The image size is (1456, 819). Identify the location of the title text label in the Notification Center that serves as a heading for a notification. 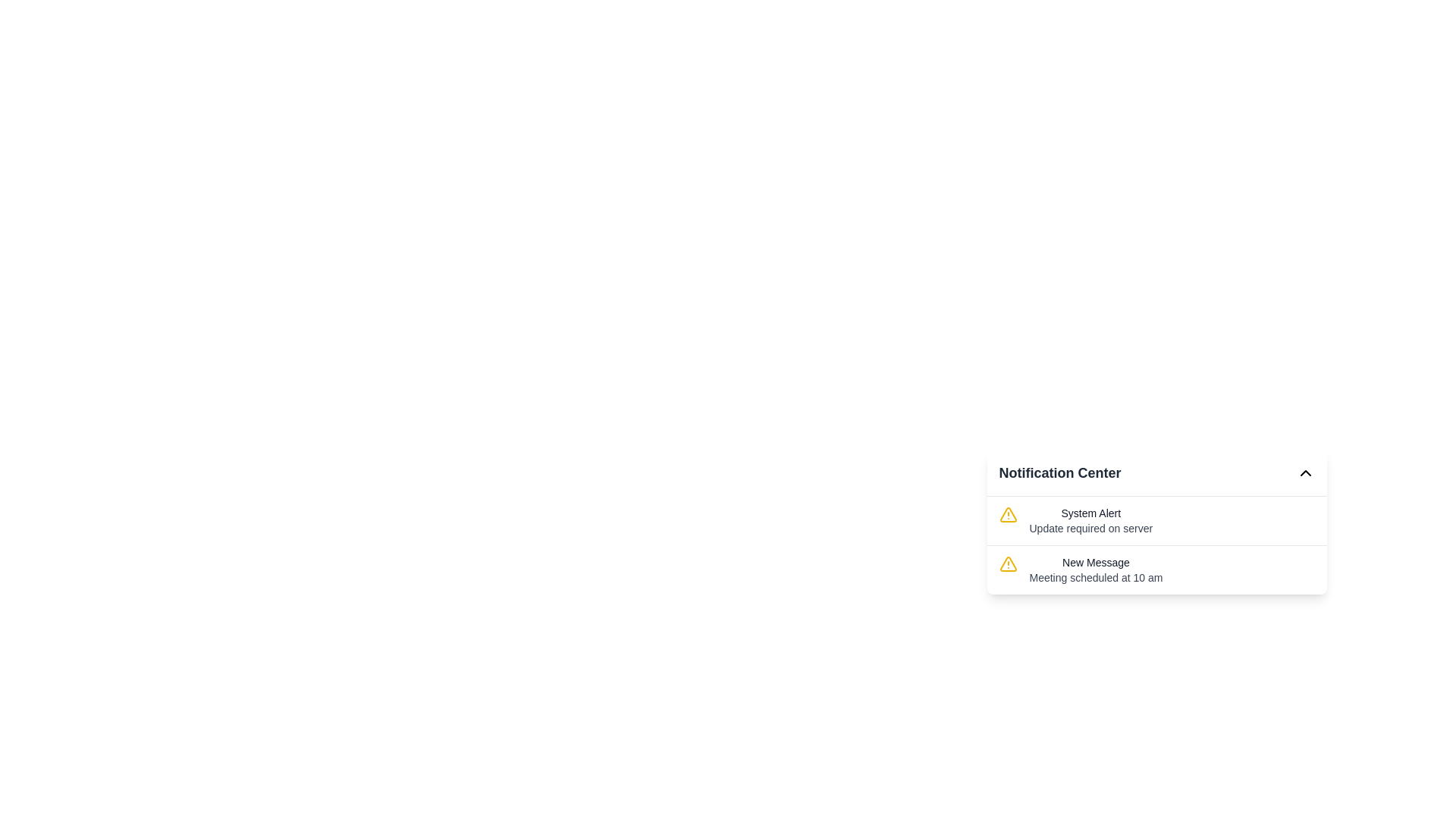
(1090, 513).